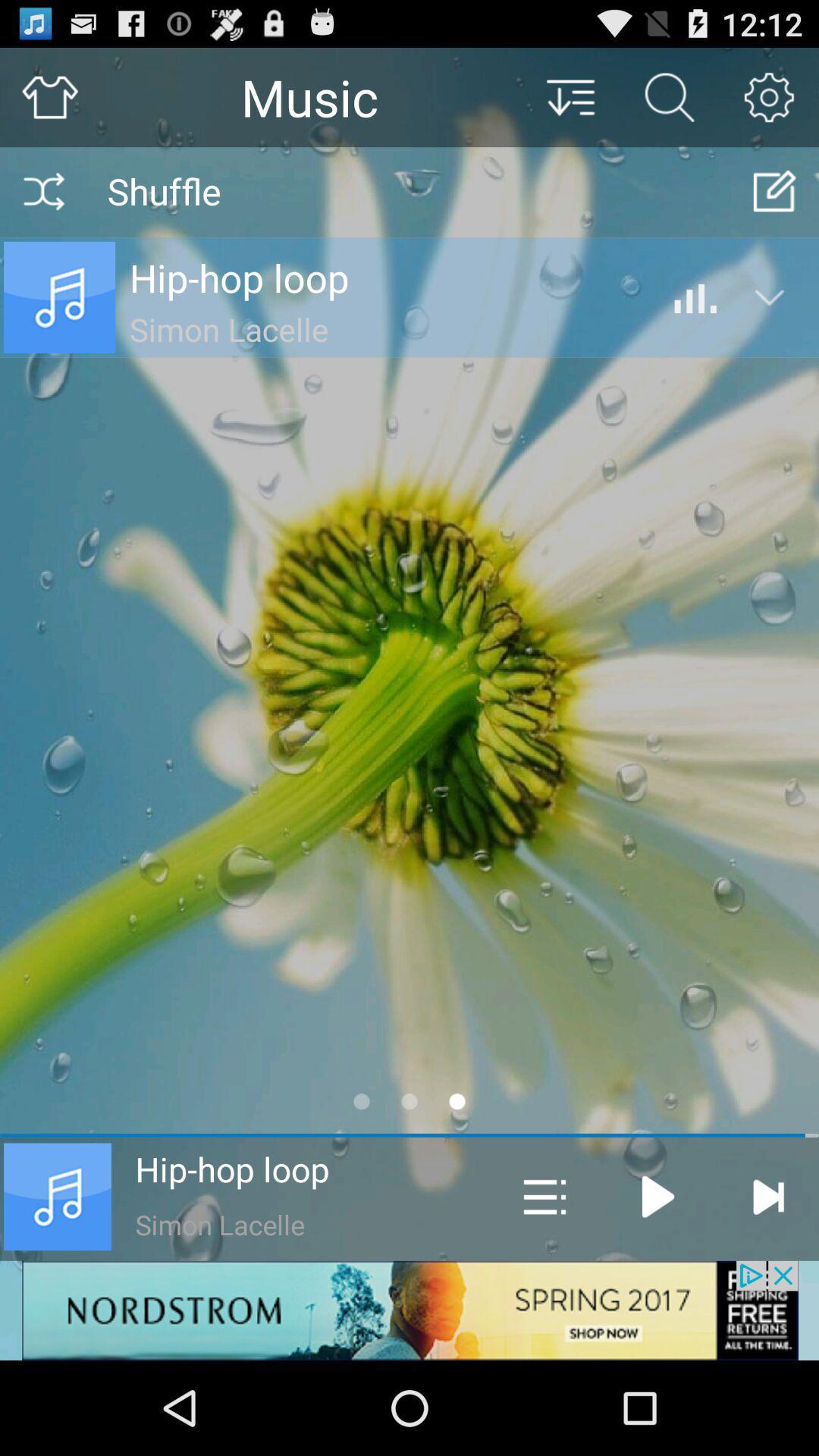 This screenshot has width=819, height=1456. Describe the element at coordinates (767, 1280) in the screenshot. I see `the skip_next icon` at that location.